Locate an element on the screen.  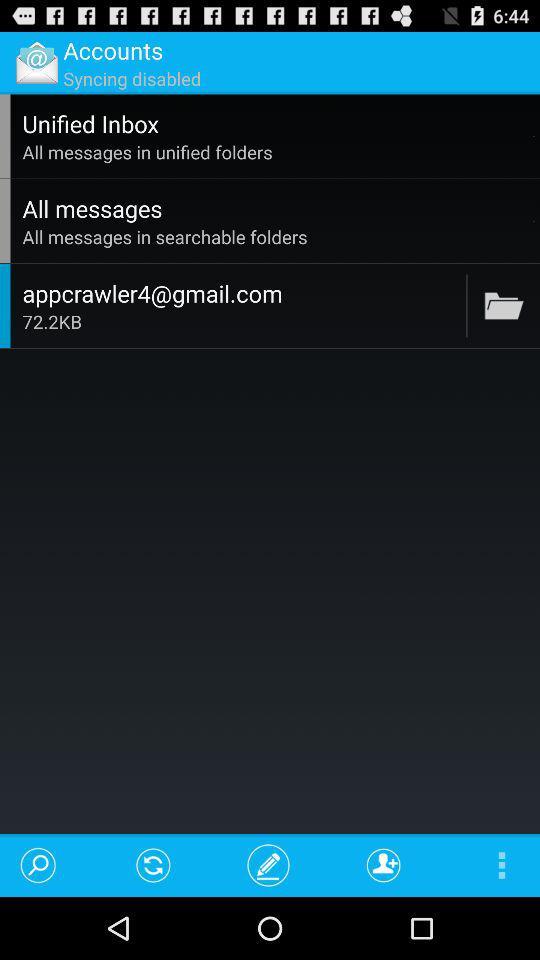
item next to all messages app is located at coordinates (534, 221).